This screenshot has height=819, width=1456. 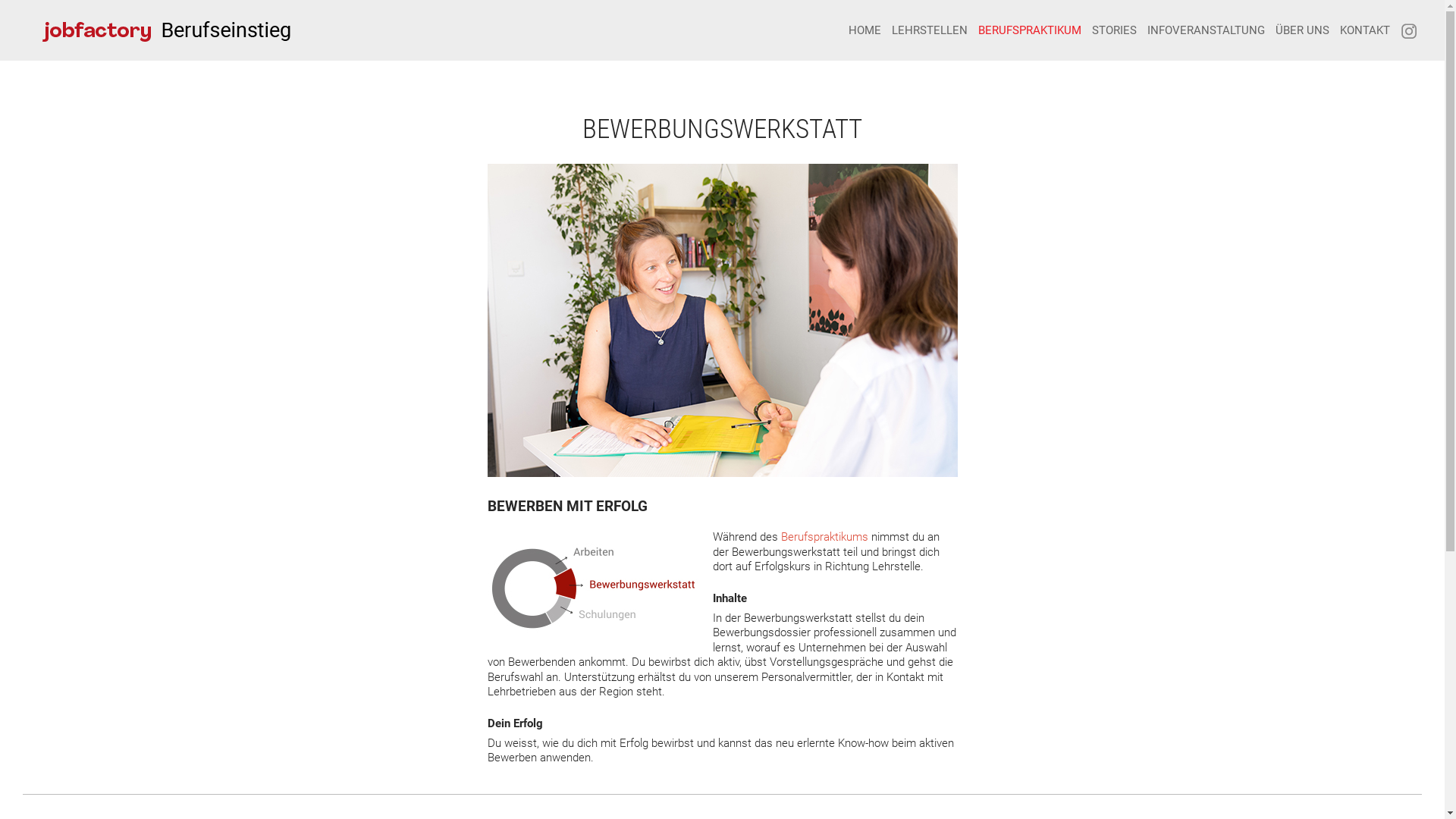 I want to click on 'BERUFSPRAKTIKUM', so click(x=978, y=30).